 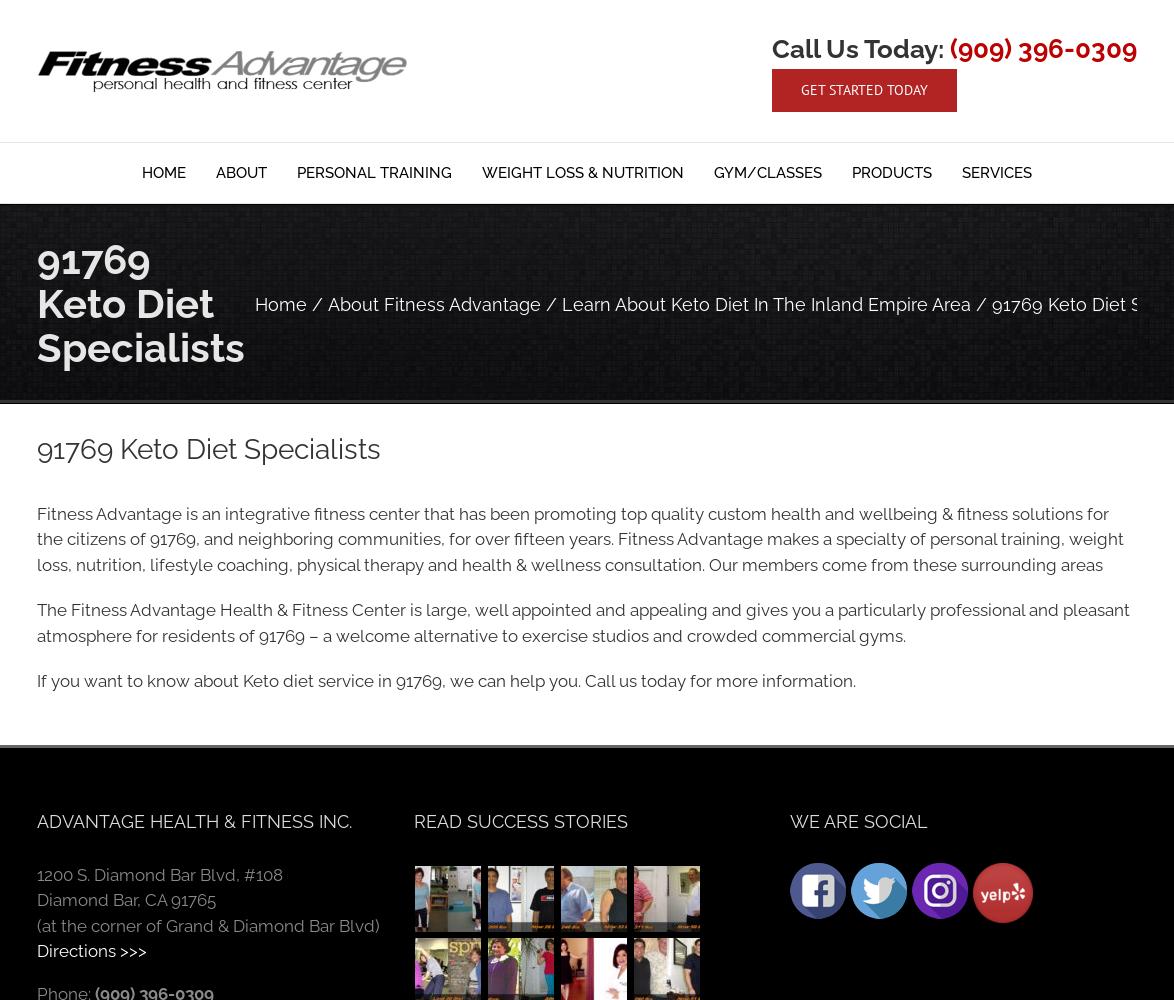 What do you see at coordinates (208, 925) in the screenshot?
I see `'(at the corner of Grand & Diamond Bar Blvd)'` at bounding box center [208, 925].